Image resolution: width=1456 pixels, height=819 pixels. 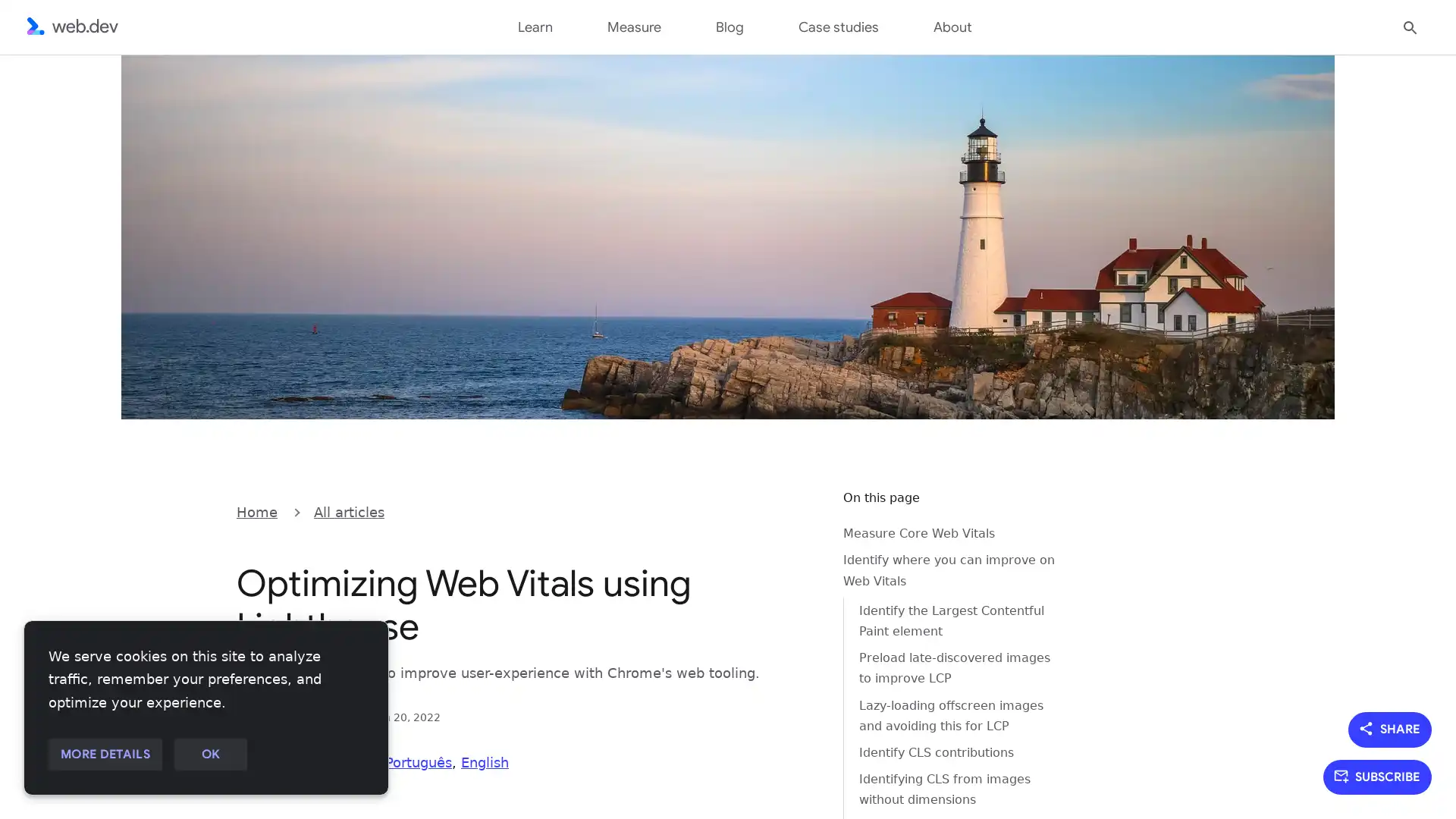 What do you see at coordinates (1410, 26) in the screenshot?
I see `Open search` at bounding box center [1410, 26].